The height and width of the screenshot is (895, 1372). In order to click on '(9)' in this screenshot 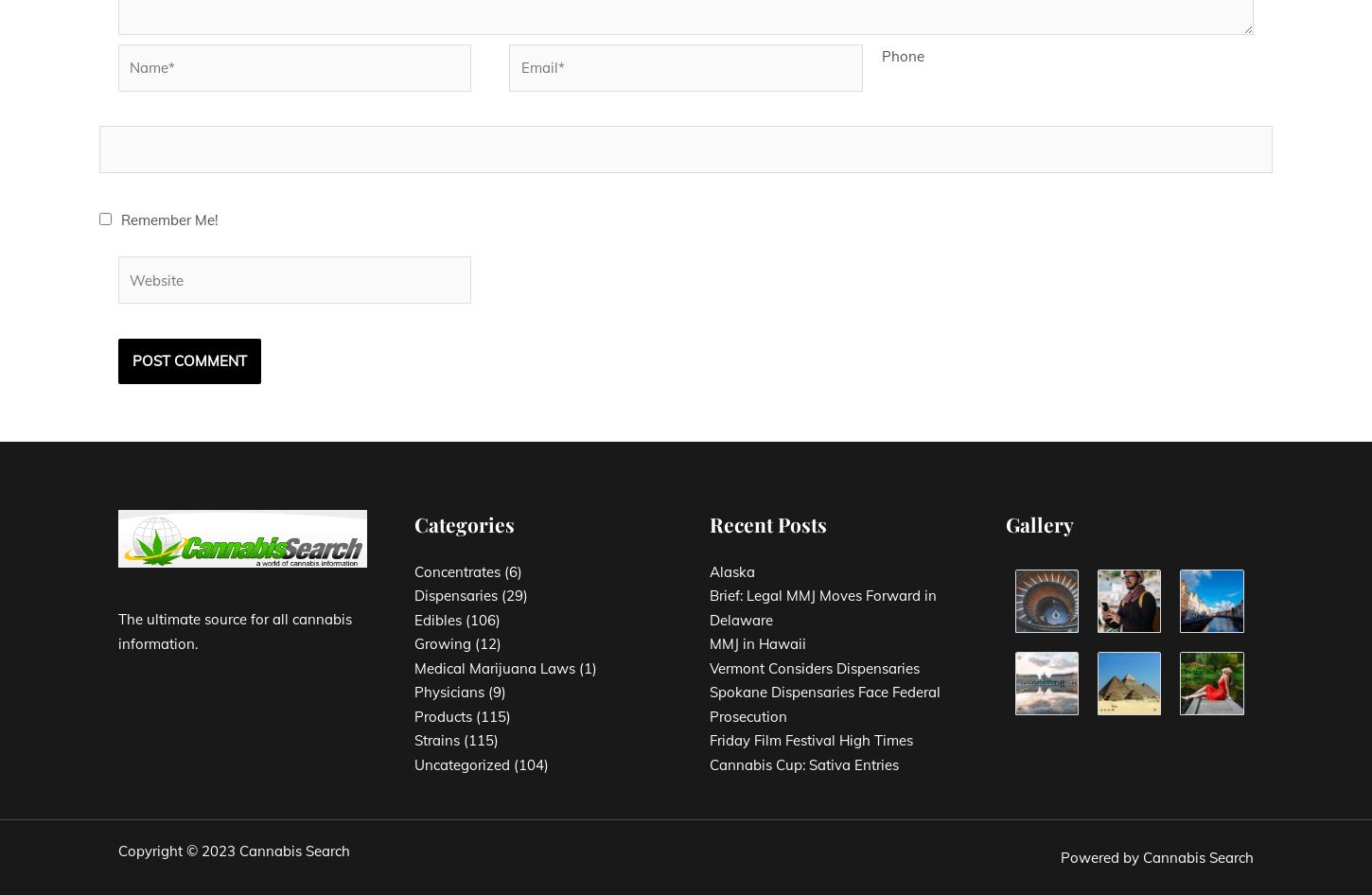, I will do `click(483, 691)`.